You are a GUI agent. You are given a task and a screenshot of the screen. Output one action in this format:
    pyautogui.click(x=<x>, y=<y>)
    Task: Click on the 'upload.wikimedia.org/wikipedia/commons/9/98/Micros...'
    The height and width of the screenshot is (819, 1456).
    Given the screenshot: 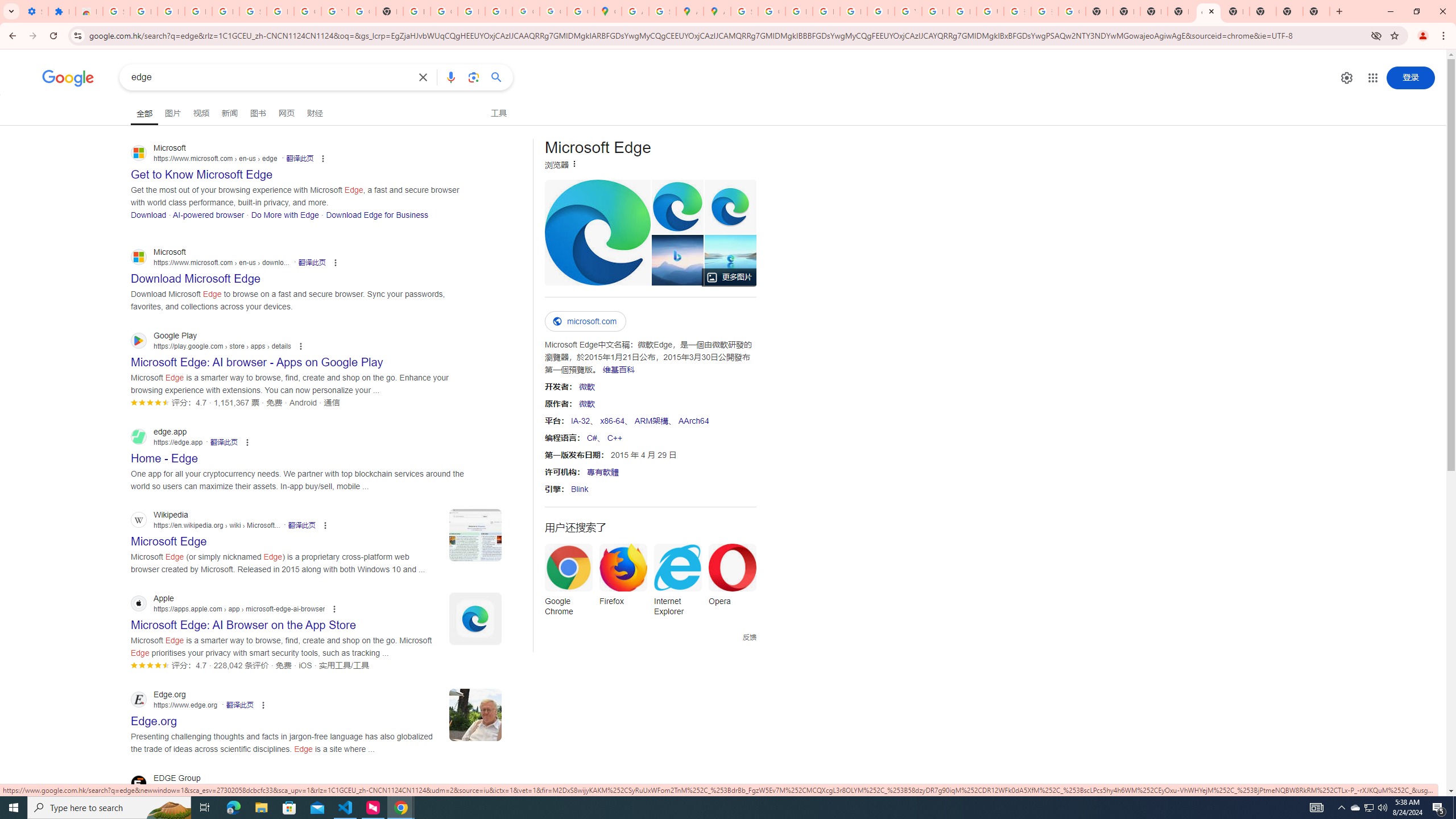 What is the action you would take?
    pyautogui.click(x=597, y=231)
    